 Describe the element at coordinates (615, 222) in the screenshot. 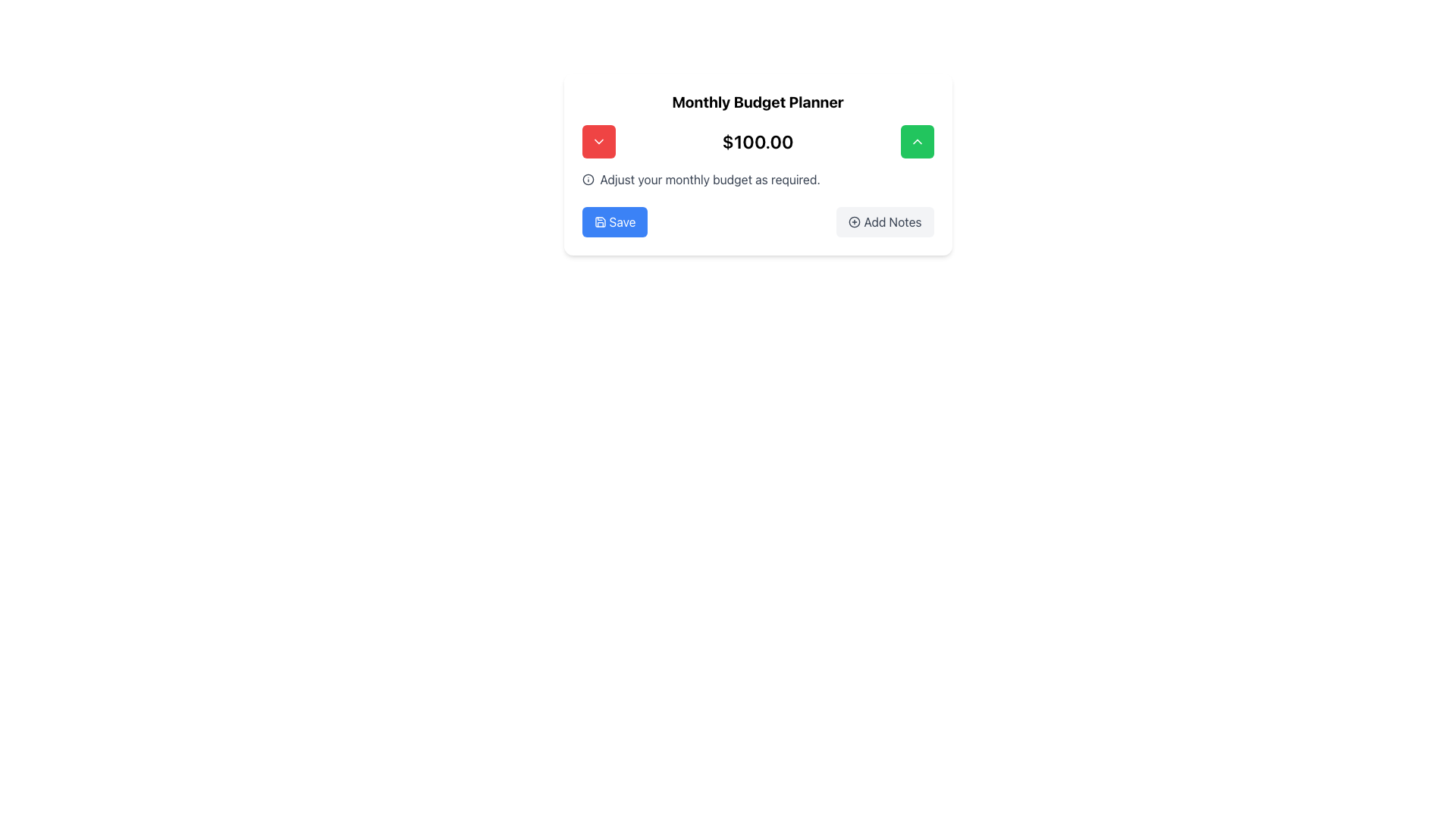

I see `the rectangular 'Save' button with a blue background and white text` at that location.